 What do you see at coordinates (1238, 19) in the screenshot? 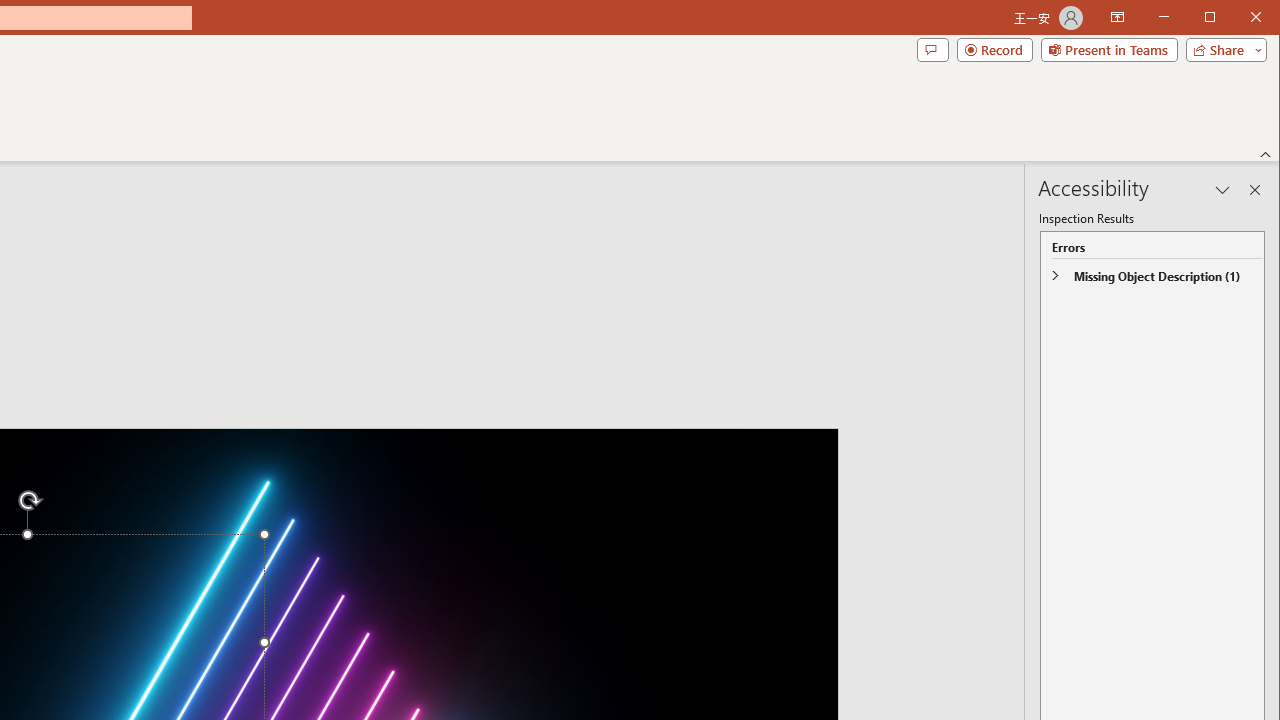
I see `'Maximize'` at bounding box center [1238, 19].